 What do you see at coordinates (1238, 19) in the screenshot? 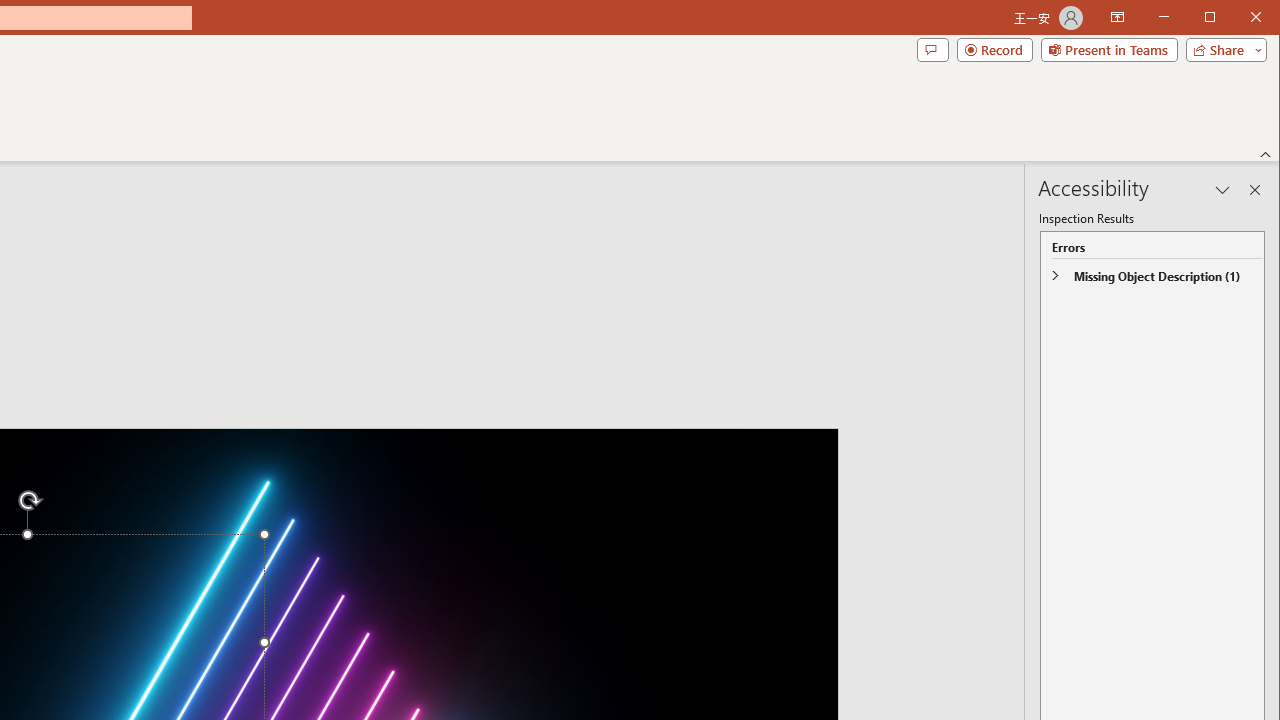
I see `'Maximize'` at bounding box center [1238, 19].